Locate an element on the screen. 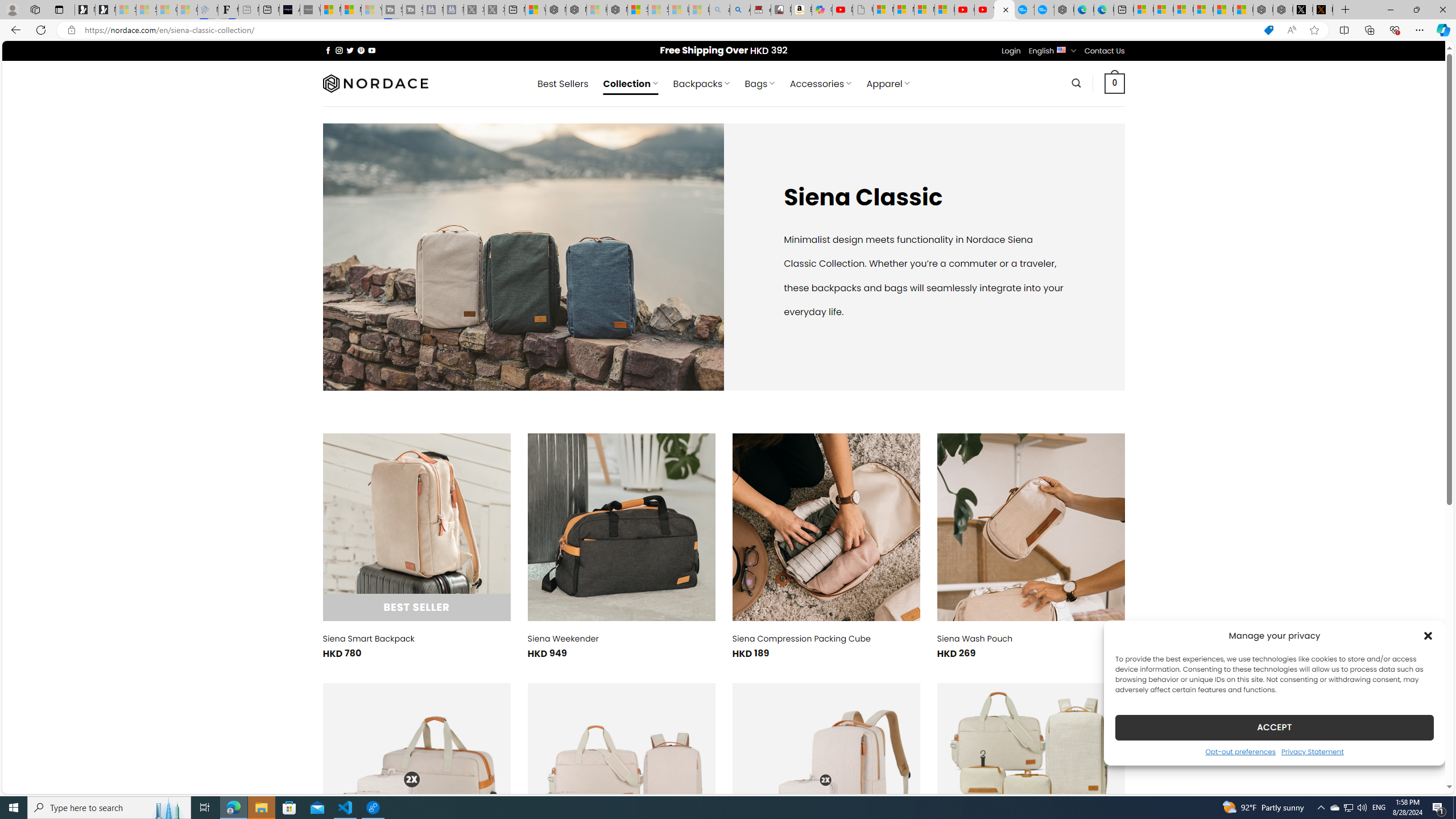  '  0  ' is located at coordinates (1115, 82).